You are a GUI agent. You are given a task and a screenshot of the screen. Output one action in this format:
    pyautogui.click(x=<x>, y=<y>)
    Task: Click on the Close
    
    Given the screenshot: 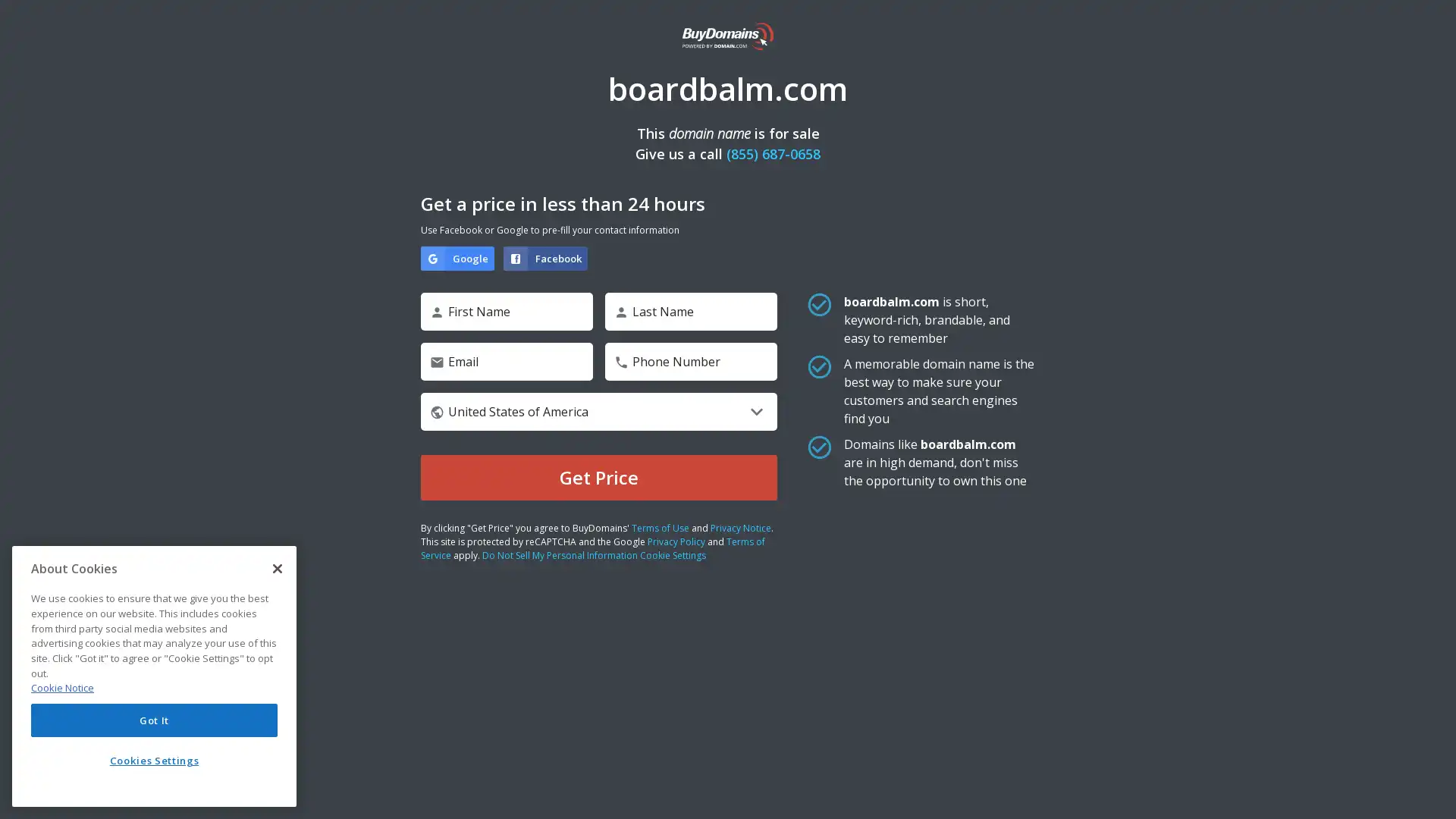 What is the action you would take?
    pyautogui.click(x=277, y=568)
    